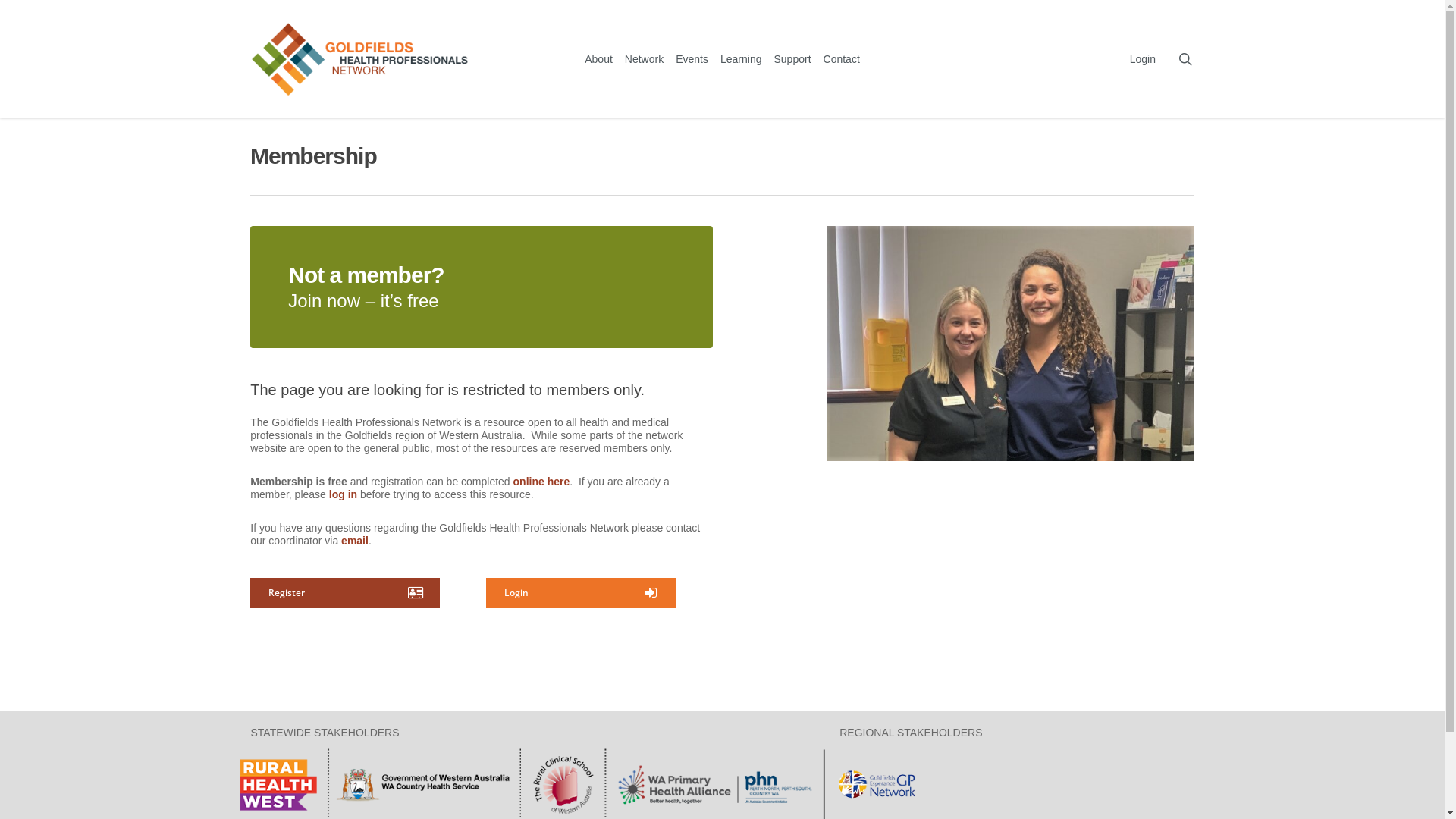 Image resolution: width=1456 pixels, height=819 pixels. Describe the element at coordinates (691, 58) in the screenshot. I see `'Events'` at that location.